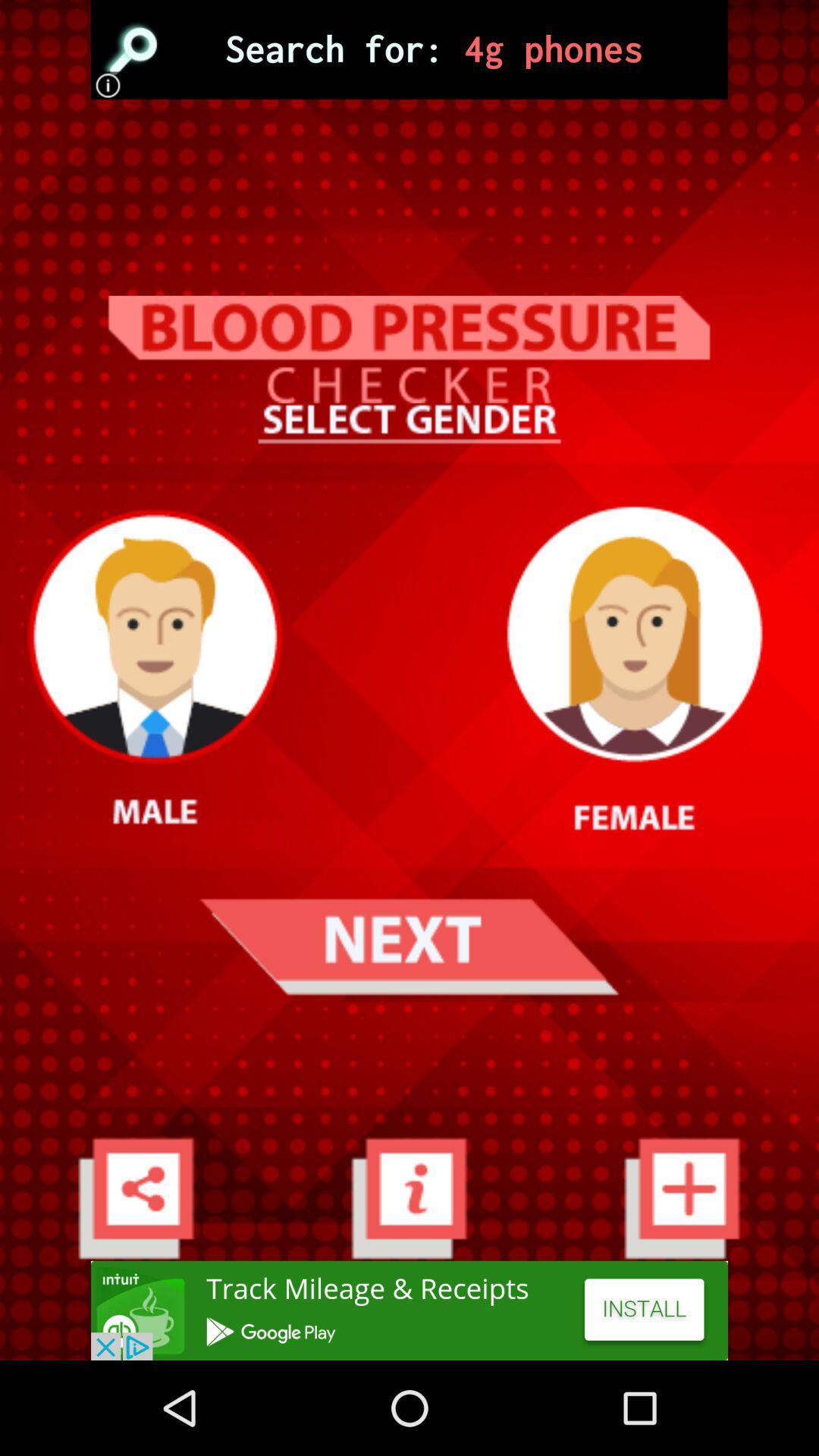  Describe the element at coordinates (409, 1310) in the screenshot. I see `make advertisement` at that location.